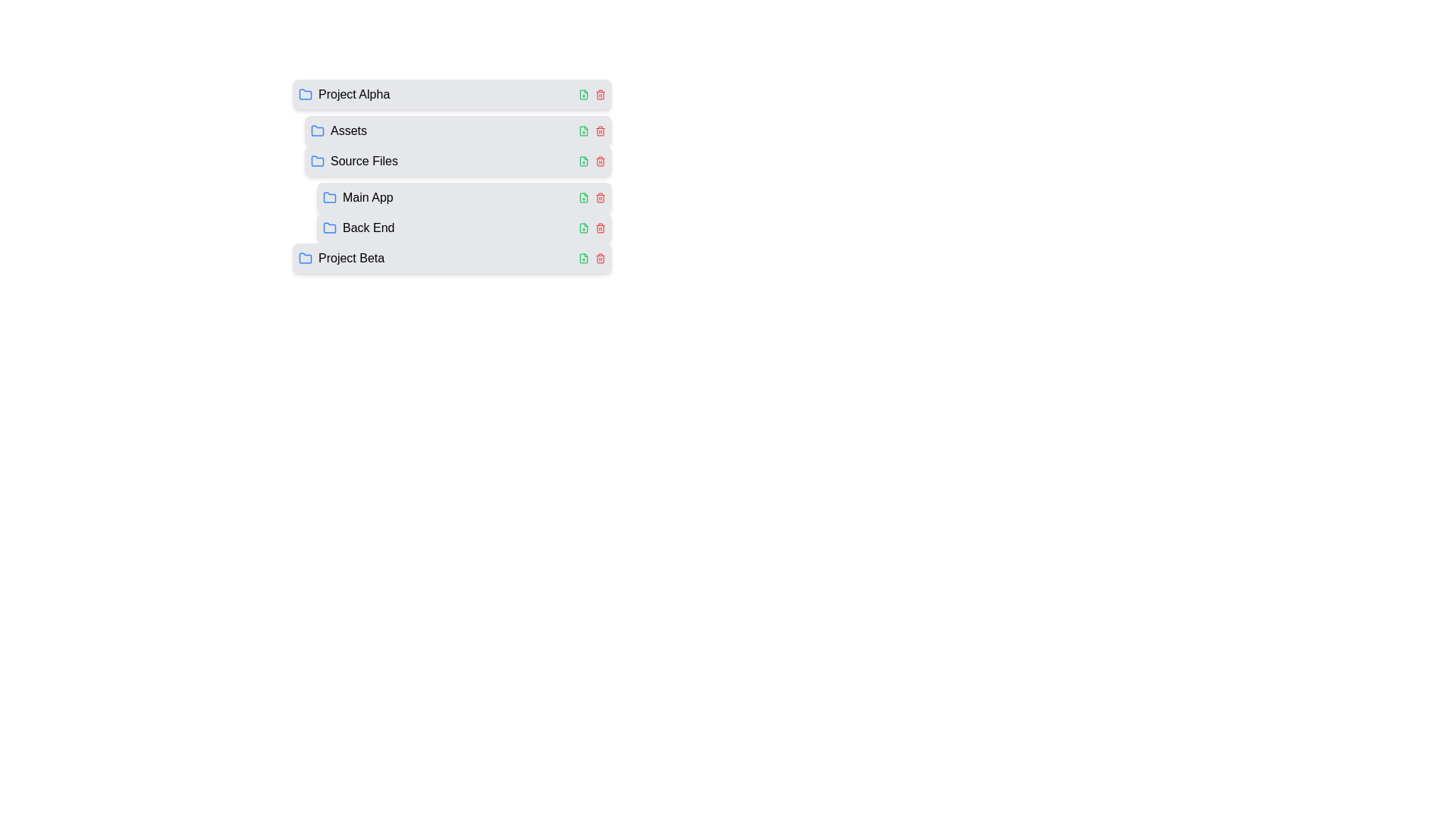  I want to click on the folder icon representing the 'Main App' project in the vertically stacked list, so click(357, 197).